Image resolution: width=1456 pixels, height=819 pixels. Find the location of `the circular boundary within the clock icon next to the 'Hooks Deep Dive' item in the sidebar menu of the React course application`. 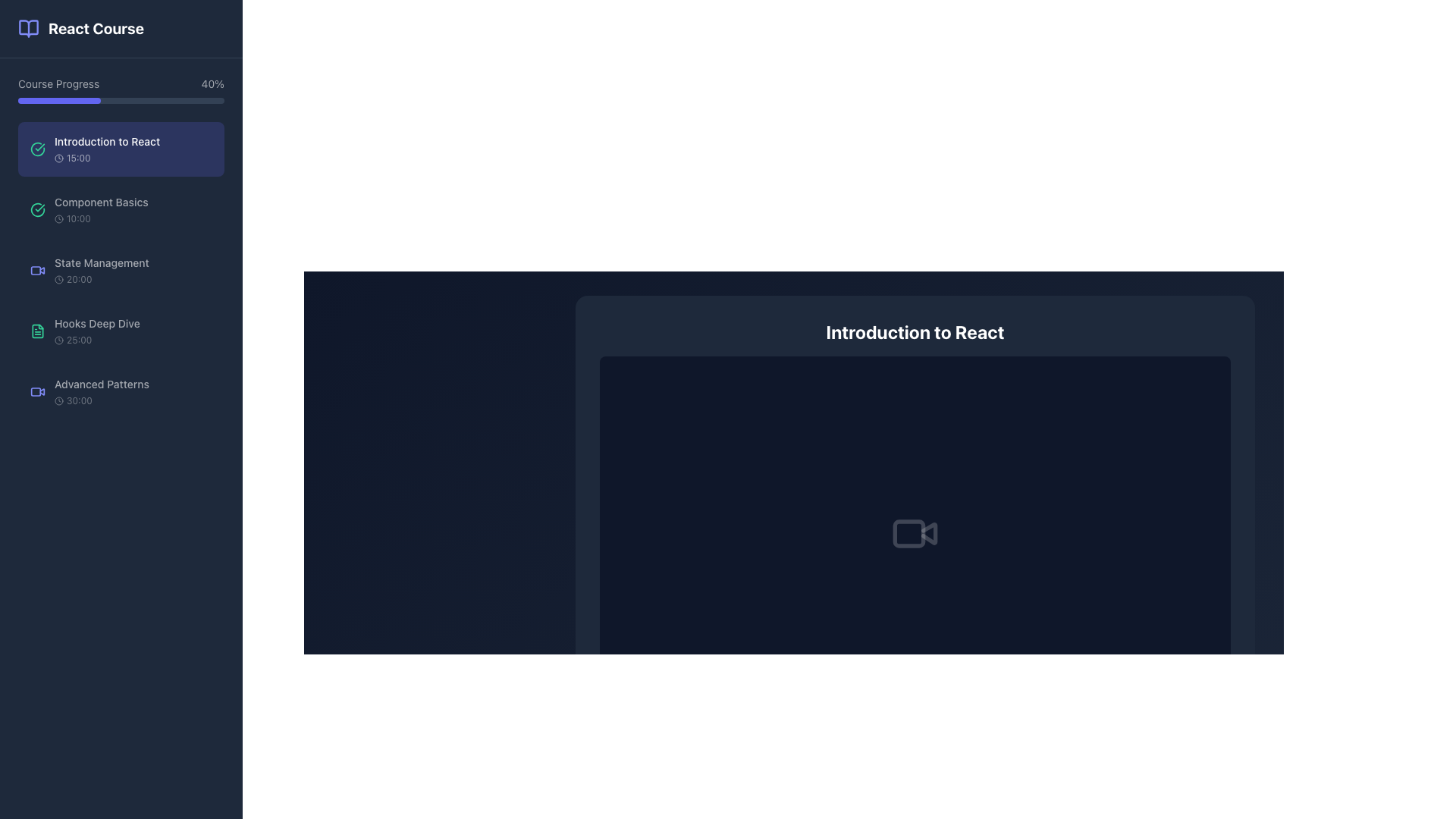

the circular boundary within the clock icon next to the 'Hooks Deep Dive' item in the sidebar menu of the React course application is located at coordinates (58, 339).